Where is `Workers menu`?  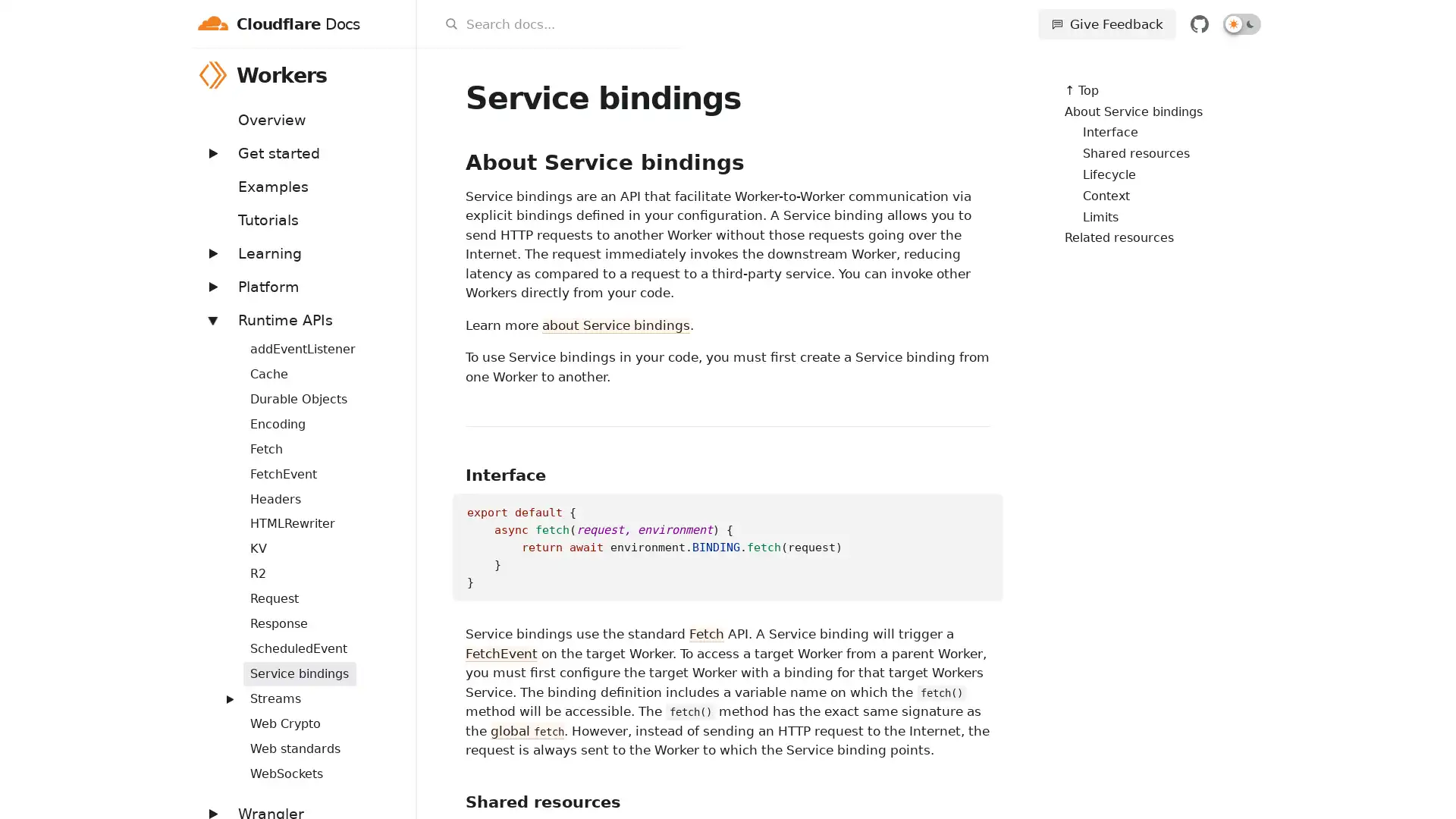 Workers menu is located at coordinates (396, 74).